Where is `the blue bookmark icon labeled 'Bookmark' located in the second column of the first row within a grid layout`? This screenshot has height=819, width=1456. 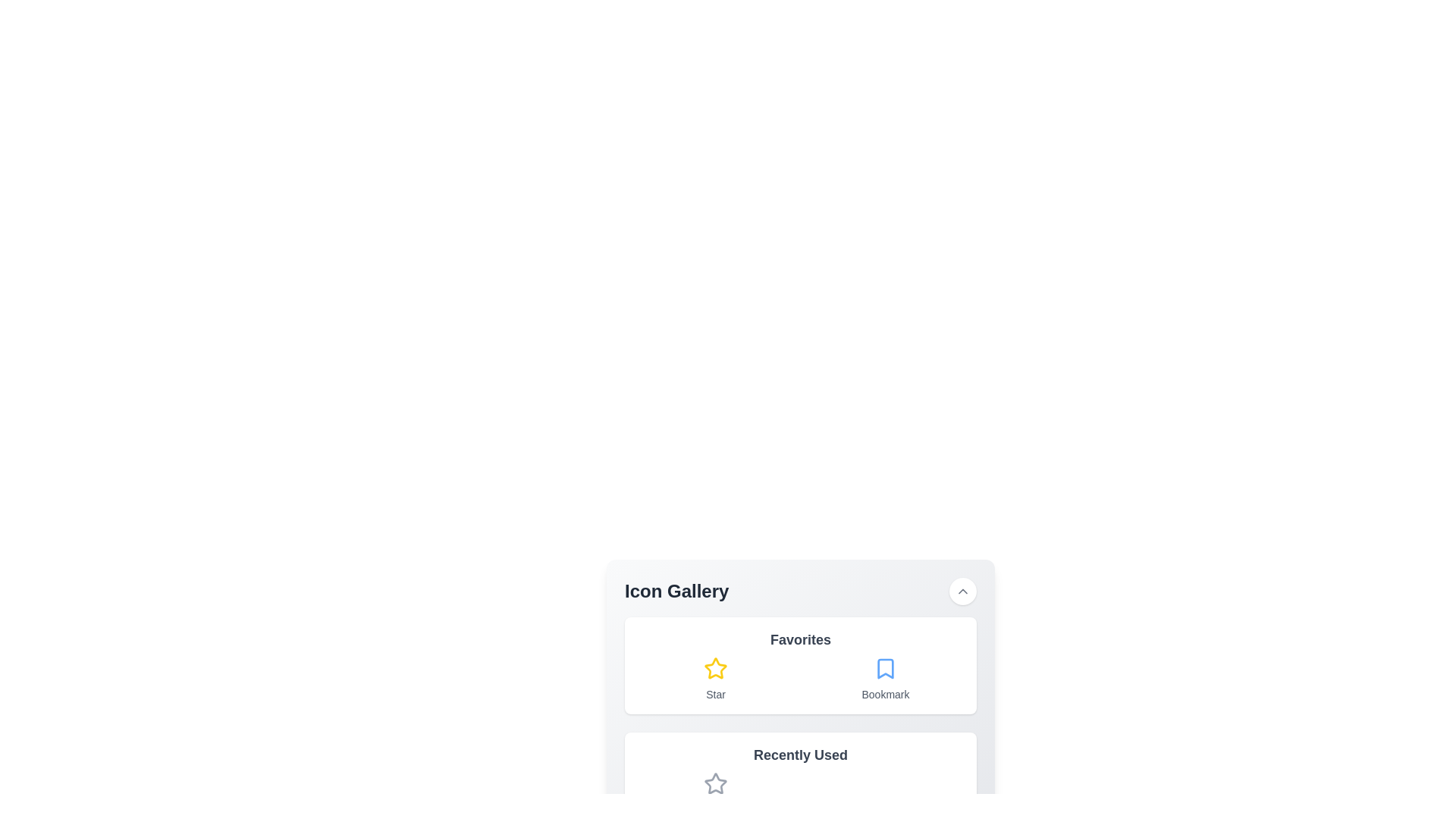 the blue bookmark icon labeled 'Bookmark' located in the second column of the first row within a grid layout is located at coordinates (885, 678).